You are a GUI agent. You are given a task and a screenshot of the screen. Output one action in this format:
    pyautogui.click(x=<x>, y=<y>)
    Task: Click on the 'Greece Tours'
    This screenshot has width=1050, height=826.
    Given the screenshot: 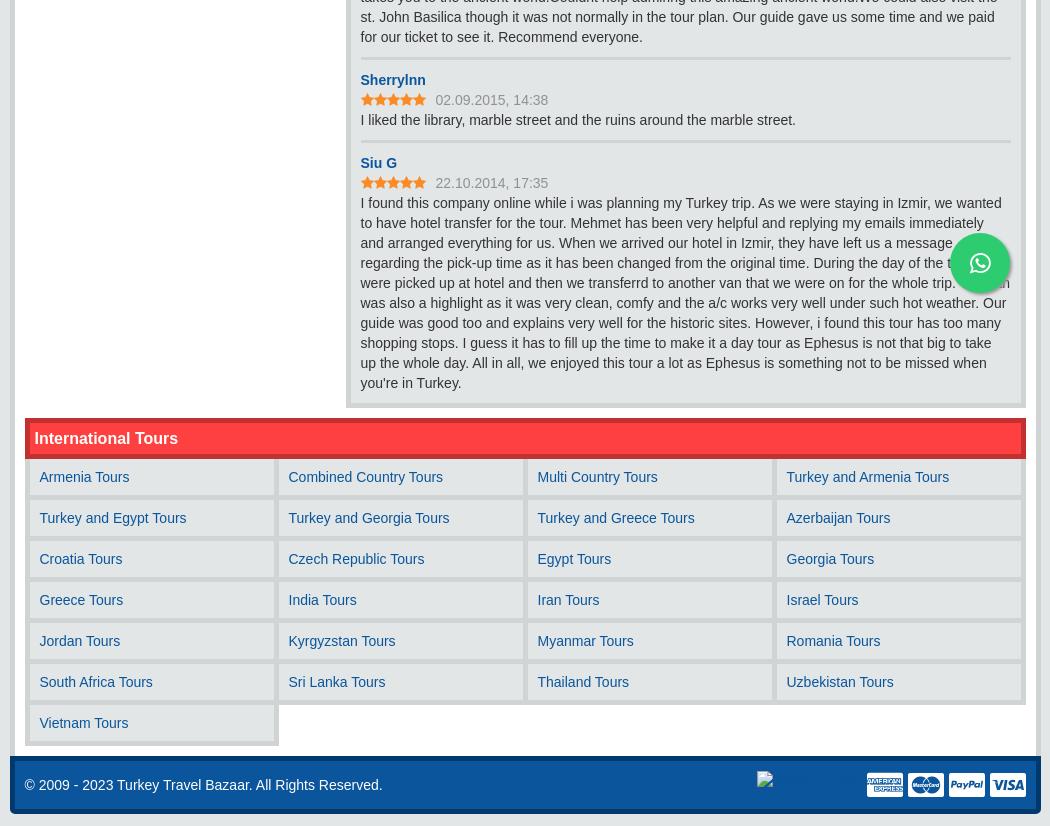 What is the action you would take?
    pyautogui.click(x=80, y=600)
    